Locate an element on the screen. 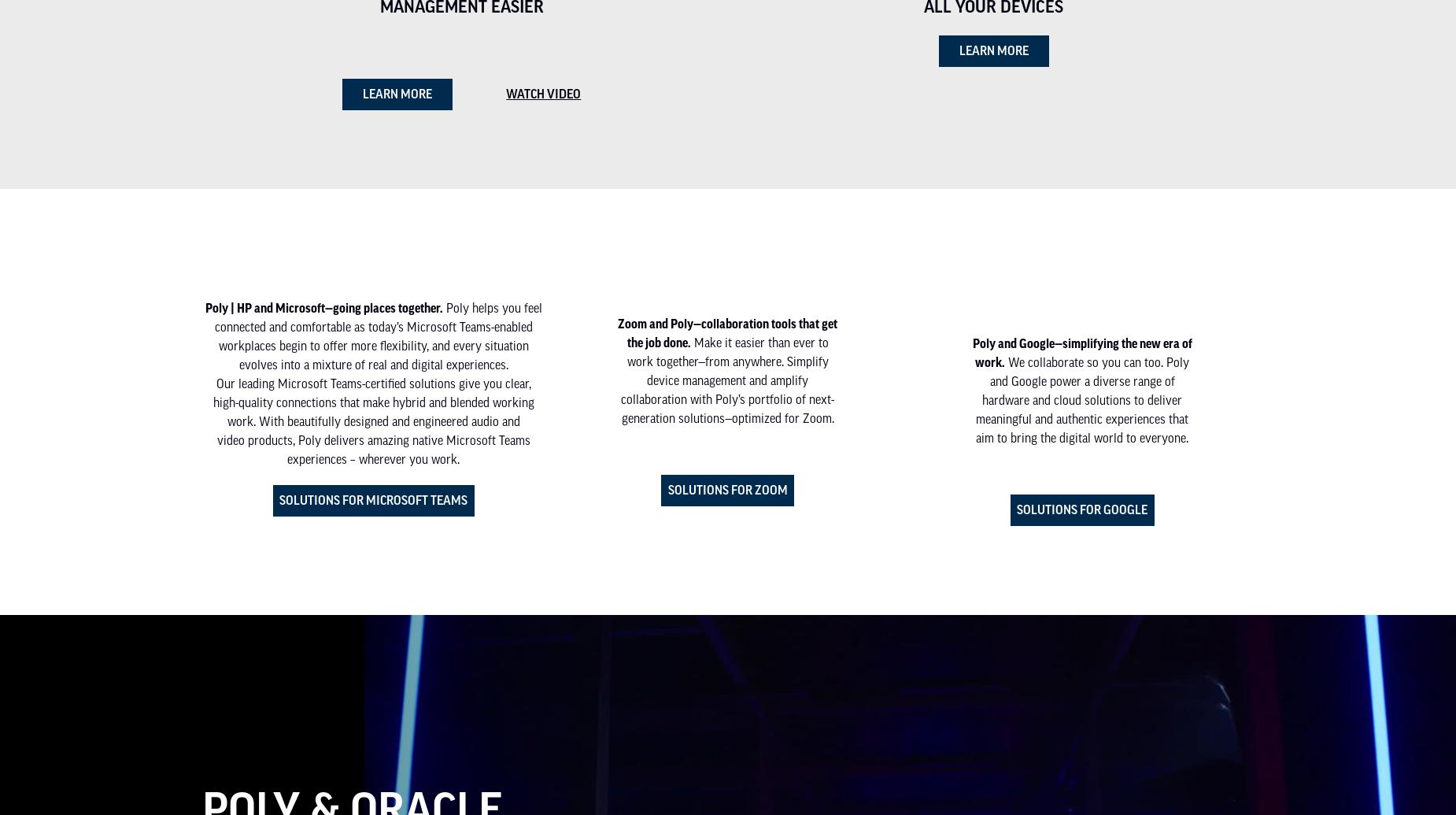  'Poly helps you feel connected and comfortable as today’s Microsoft Teams-enabled workplaces begin to offer more flexibility, and every situation evolves into a mixture of real and digital experiences. Our leading Microsoft Teams-certified solutions give you clear, high-quality connections that make hybrid and blended working work. With beautifully designed and engineered audio and video products, Poly delivers amazing native Microsoft Teams experiences – wherever you work.' is located at coordinates (376, 383).